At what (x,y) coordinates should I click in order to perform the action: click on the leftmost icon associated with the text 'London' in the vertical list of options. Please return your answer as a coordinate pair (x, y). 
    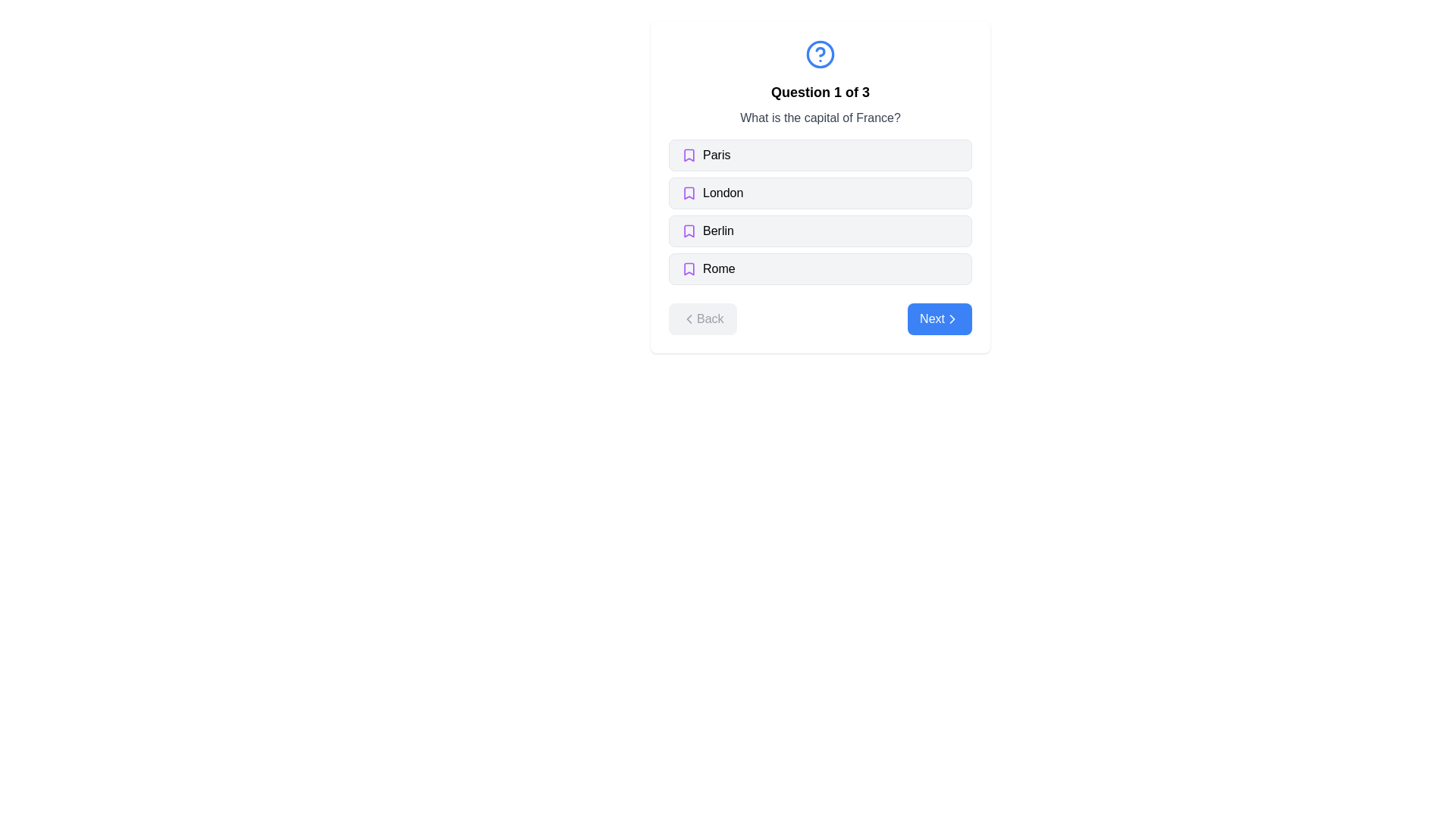
    Looking at the image, I should click on (688, 192).